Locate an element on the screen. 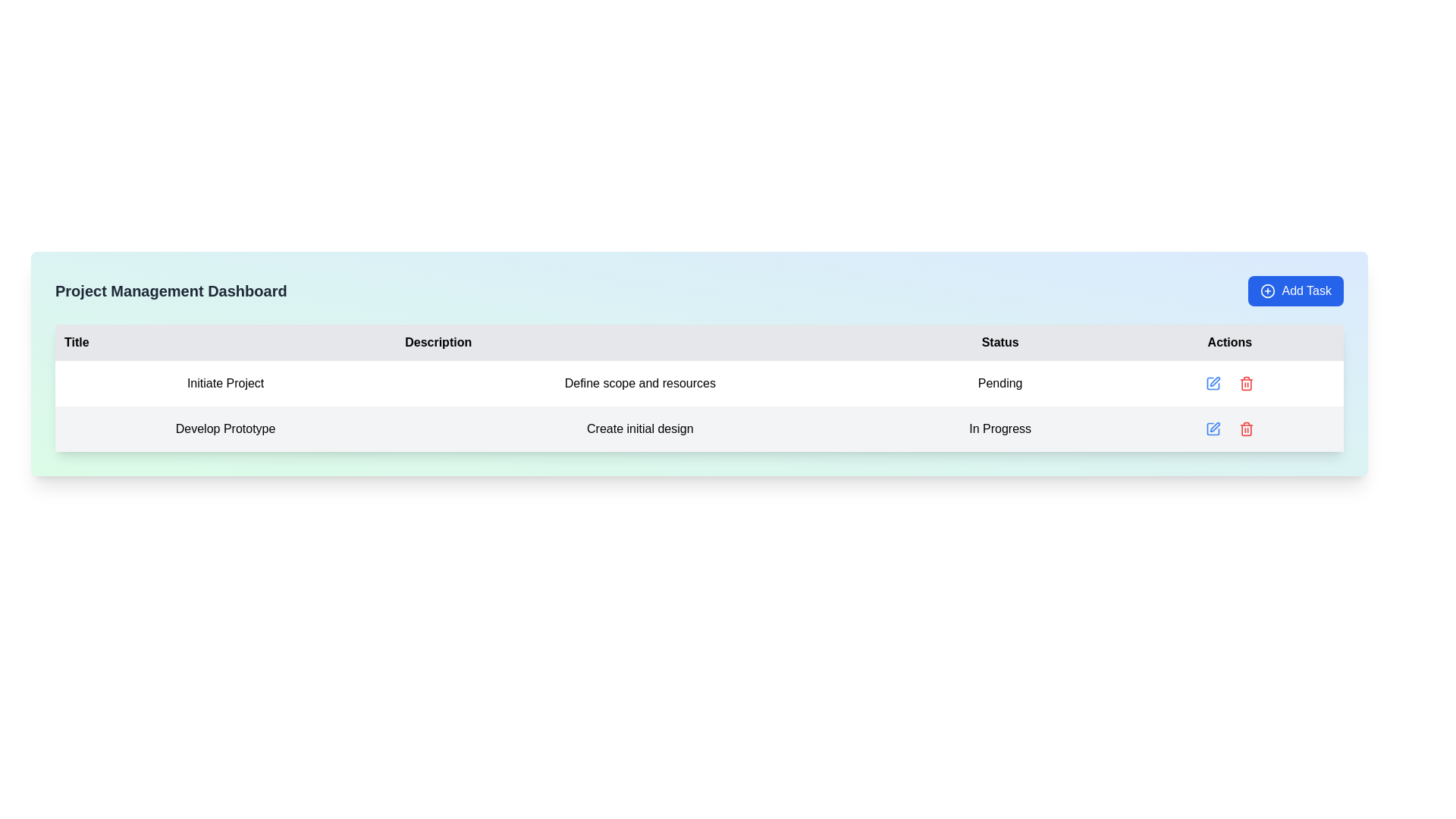 This screenshot has height=819, width=1456. the text label displaying 'Develop Prototype' located in the second row of the table under the 'Title' column is located at coordinates (224, 429).